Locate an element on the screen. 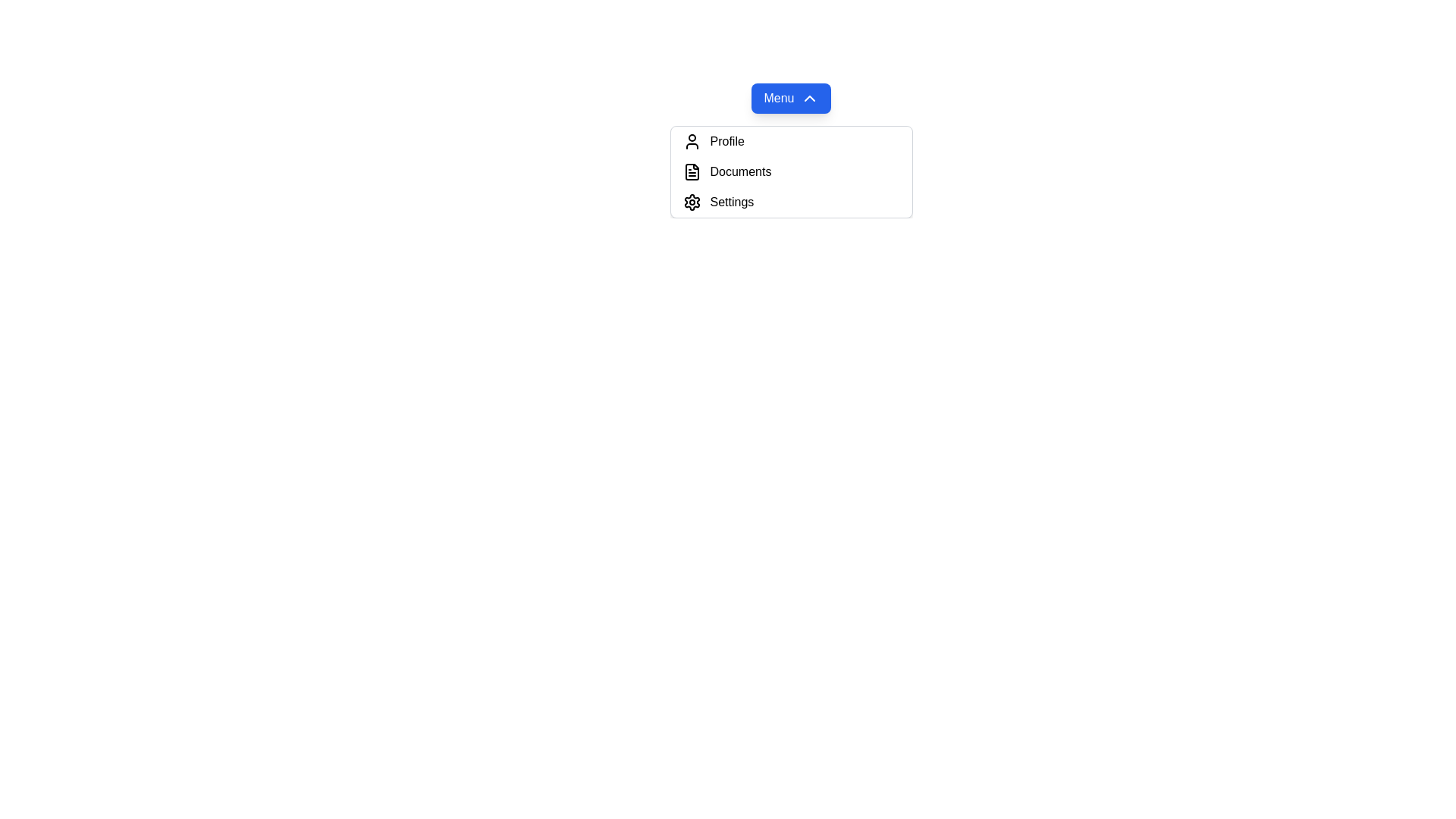  the settings SVG icon located at the bottom of the dropdown menu adjacent to the text 'Settings' is located at coordinates (691, 201).